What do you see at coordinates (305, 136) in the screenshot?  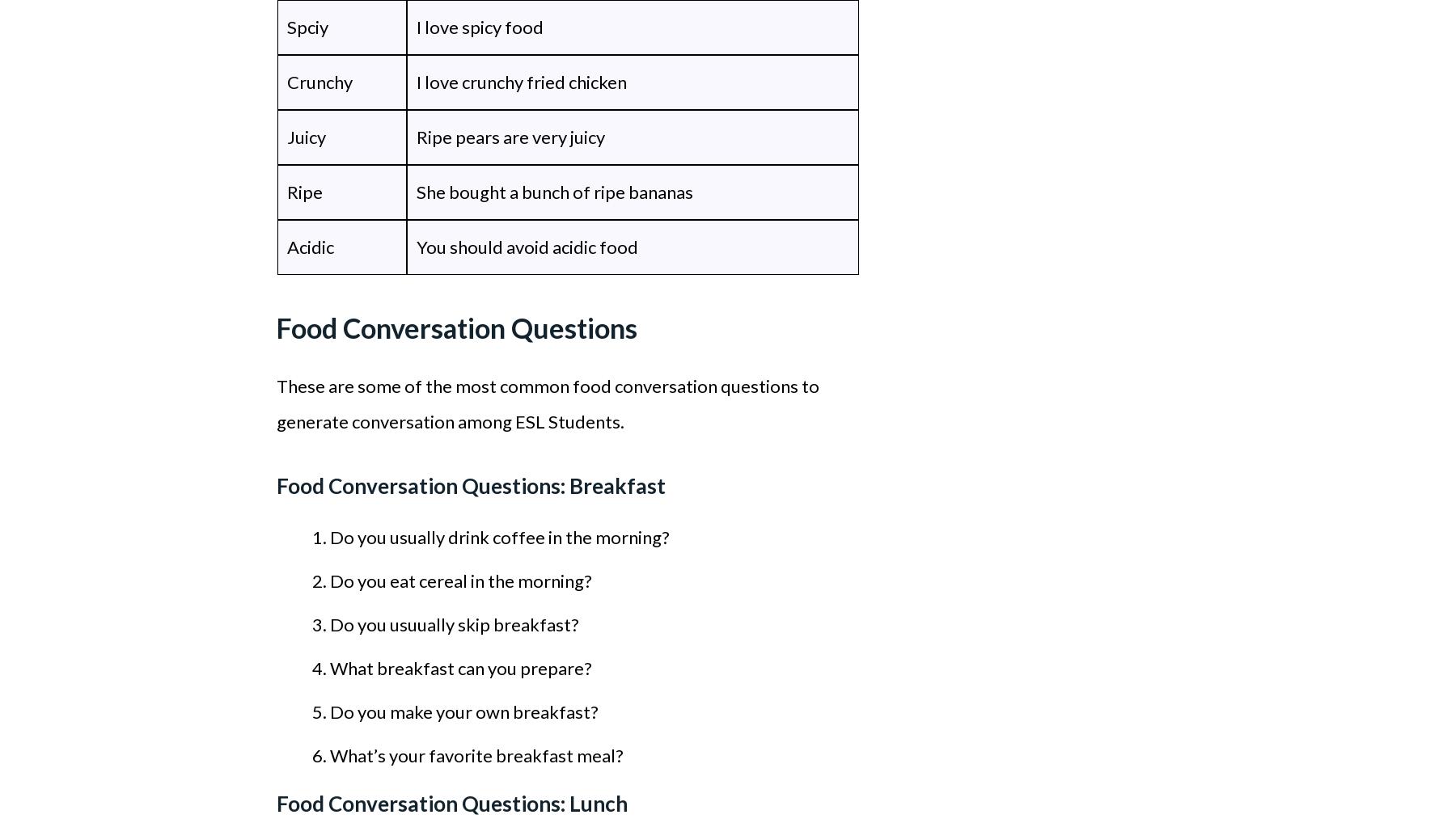 I see `'Juicy'` at bounding box center [305, 136].